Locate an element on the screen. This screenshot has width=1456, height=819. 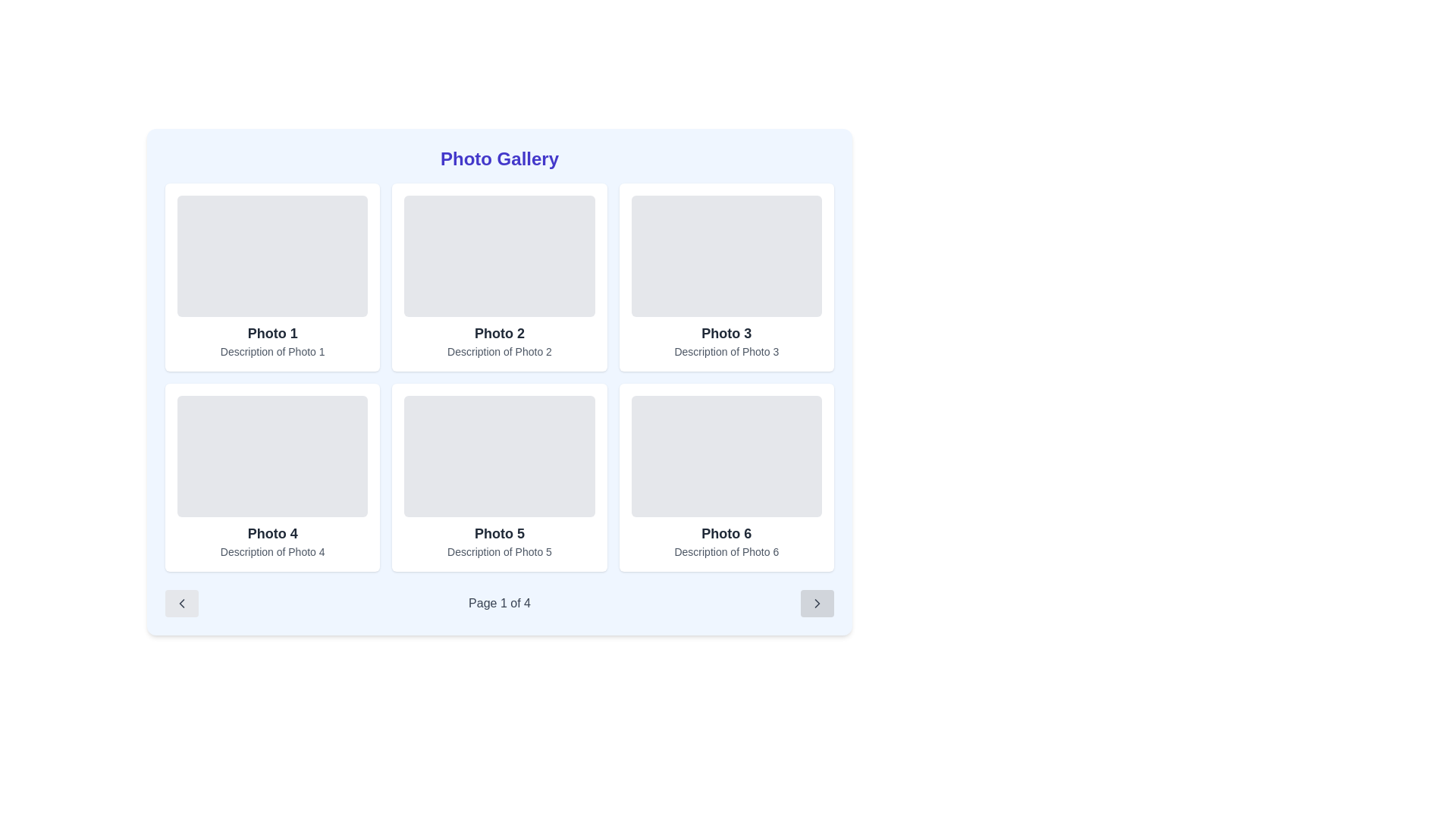
text label displaying 'Photo 6' in a large, bold font, located in the third column of the second row of the photo gallery interface is located at coordinates (726, 533).